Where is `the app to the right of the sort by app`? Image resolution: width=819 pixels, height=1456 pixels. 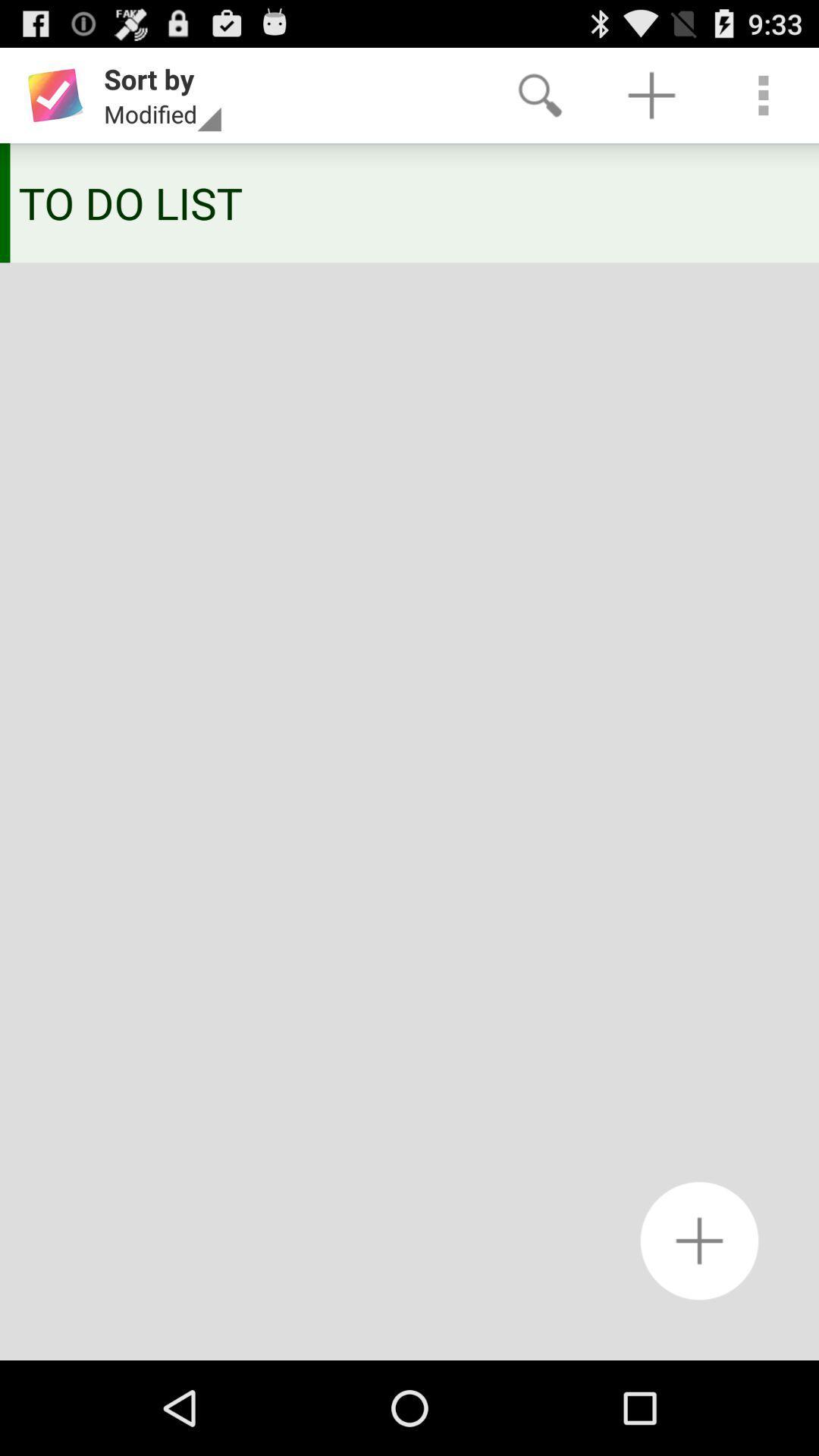 the app to the right of the sort by app is located at coordinates (539, 94).